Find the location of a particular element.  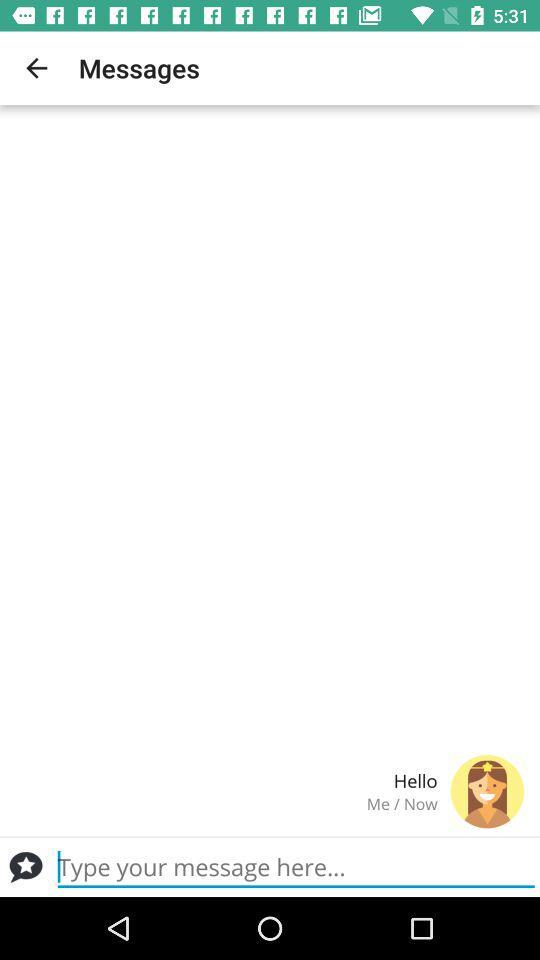

the icon at the bottom left corner is located at coordinates (25, 866).